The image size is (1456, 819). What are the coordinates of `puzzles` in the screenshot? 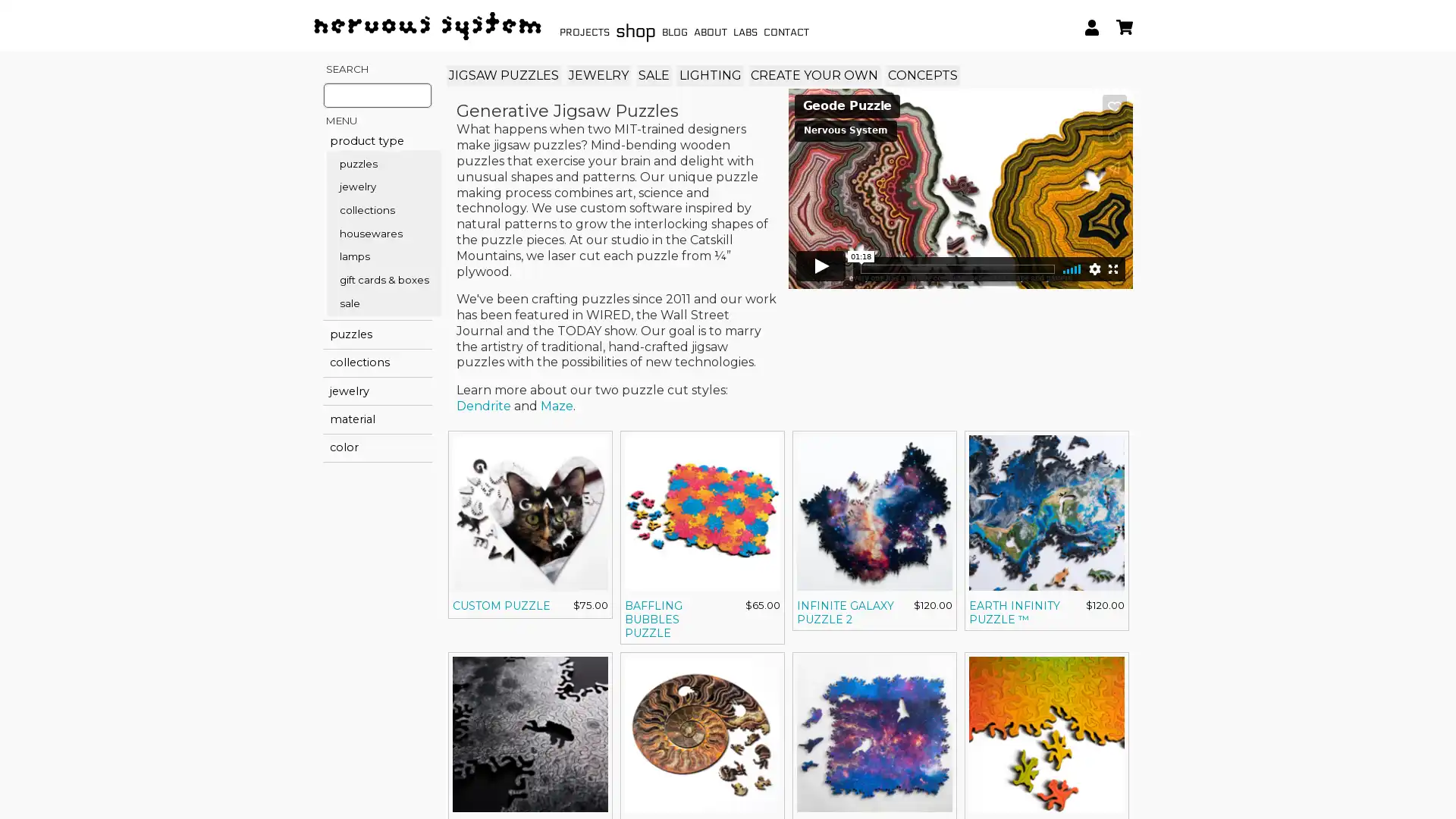 It's located at (377, 333).